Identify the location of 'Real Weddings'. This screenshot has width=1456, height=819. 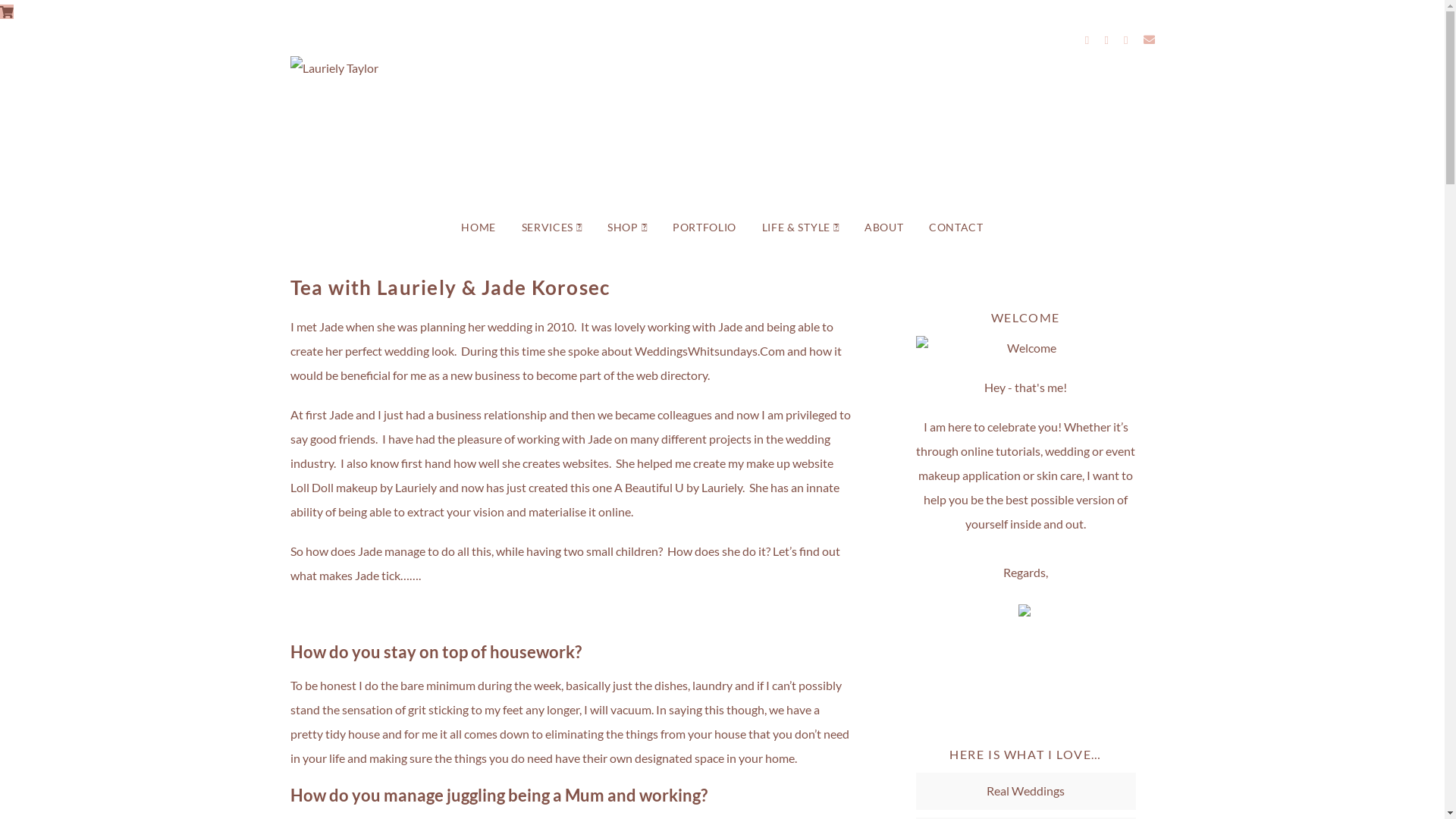
(986, 789).